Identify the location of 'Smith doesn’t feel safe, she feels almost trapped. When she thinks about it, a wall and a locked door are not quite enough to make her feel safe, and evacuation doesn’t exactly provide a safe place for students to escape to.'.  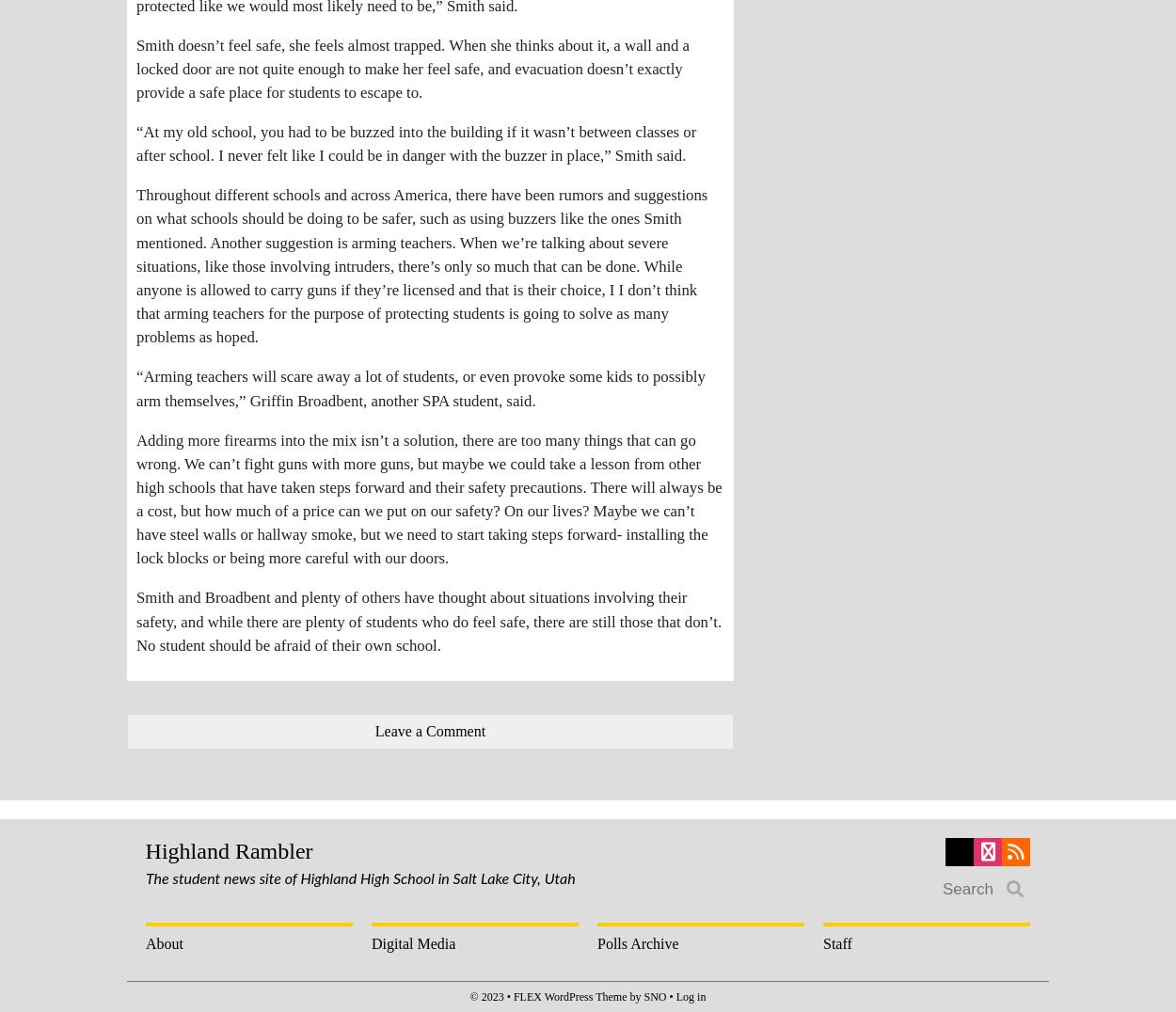
(136, 68).